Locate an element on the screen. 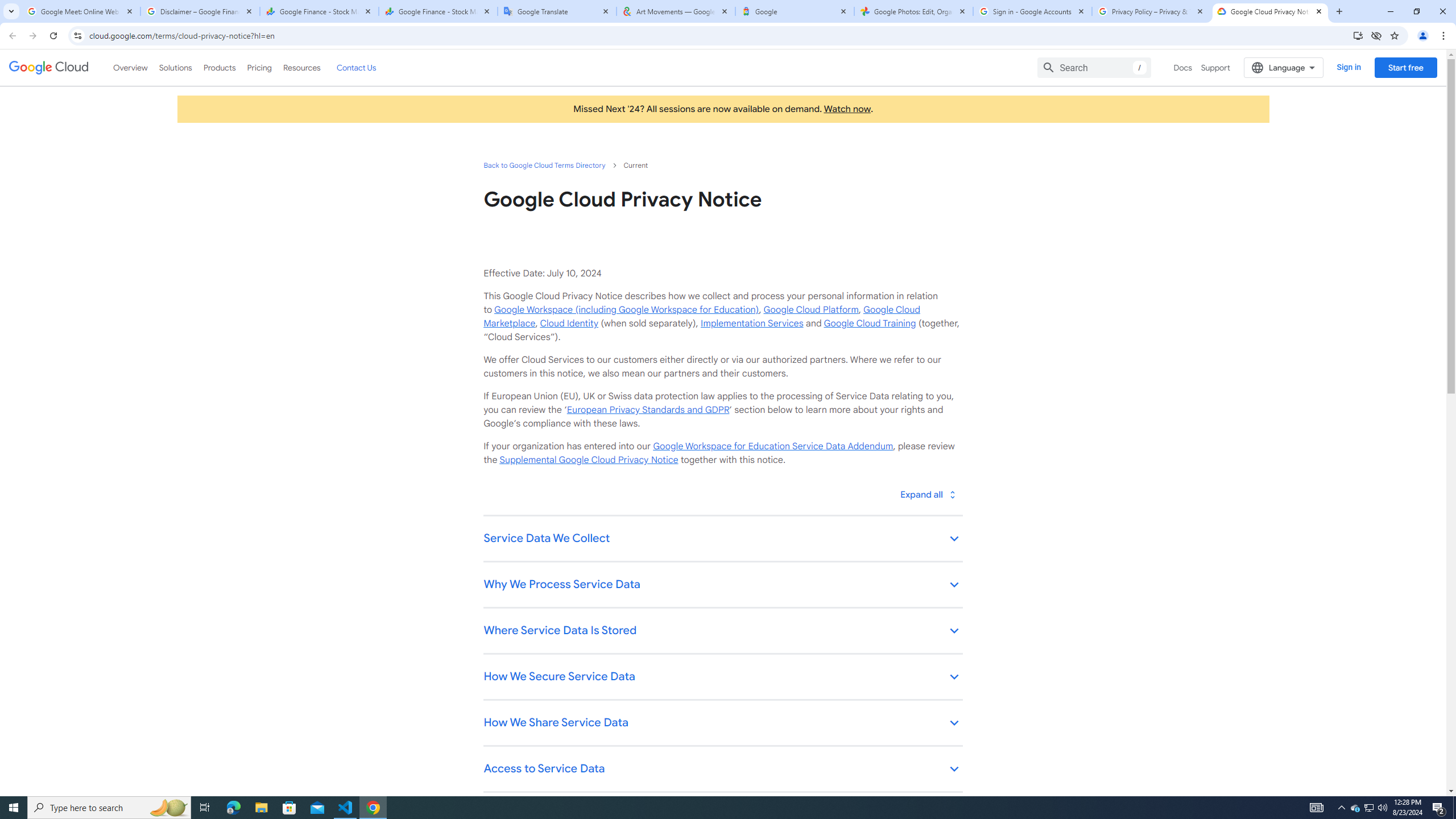 The height and width of the screenshot is (819, 1456). 'Language' is located at coordinates (1283, 67).